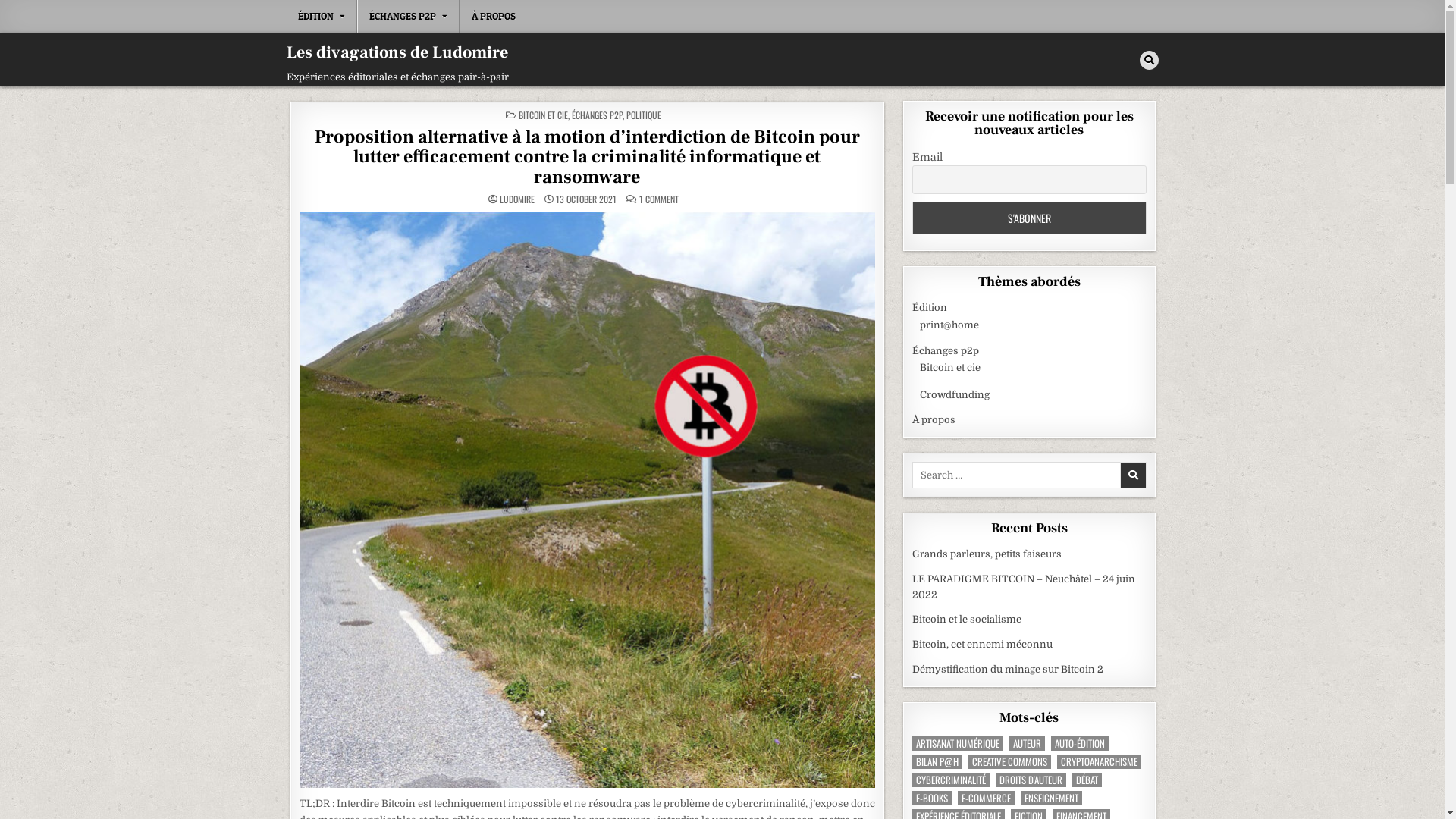  I want to click on 'ENSEIGNEMENT', so click(1020, 797).